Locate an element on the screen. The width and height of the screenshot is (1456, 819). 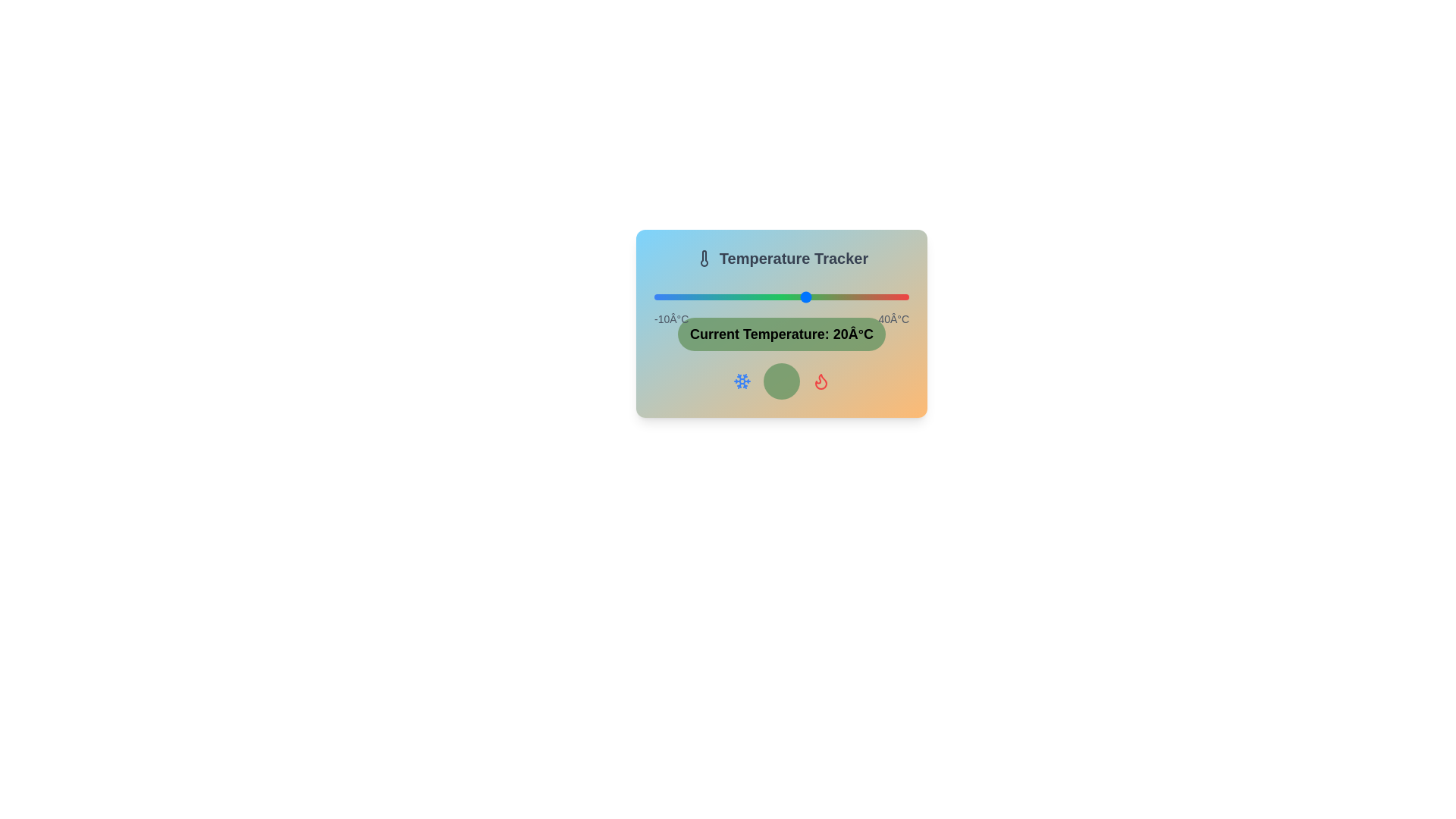
the temperature slider to set the temperature to 15°C is located at coordinates (782, 297).